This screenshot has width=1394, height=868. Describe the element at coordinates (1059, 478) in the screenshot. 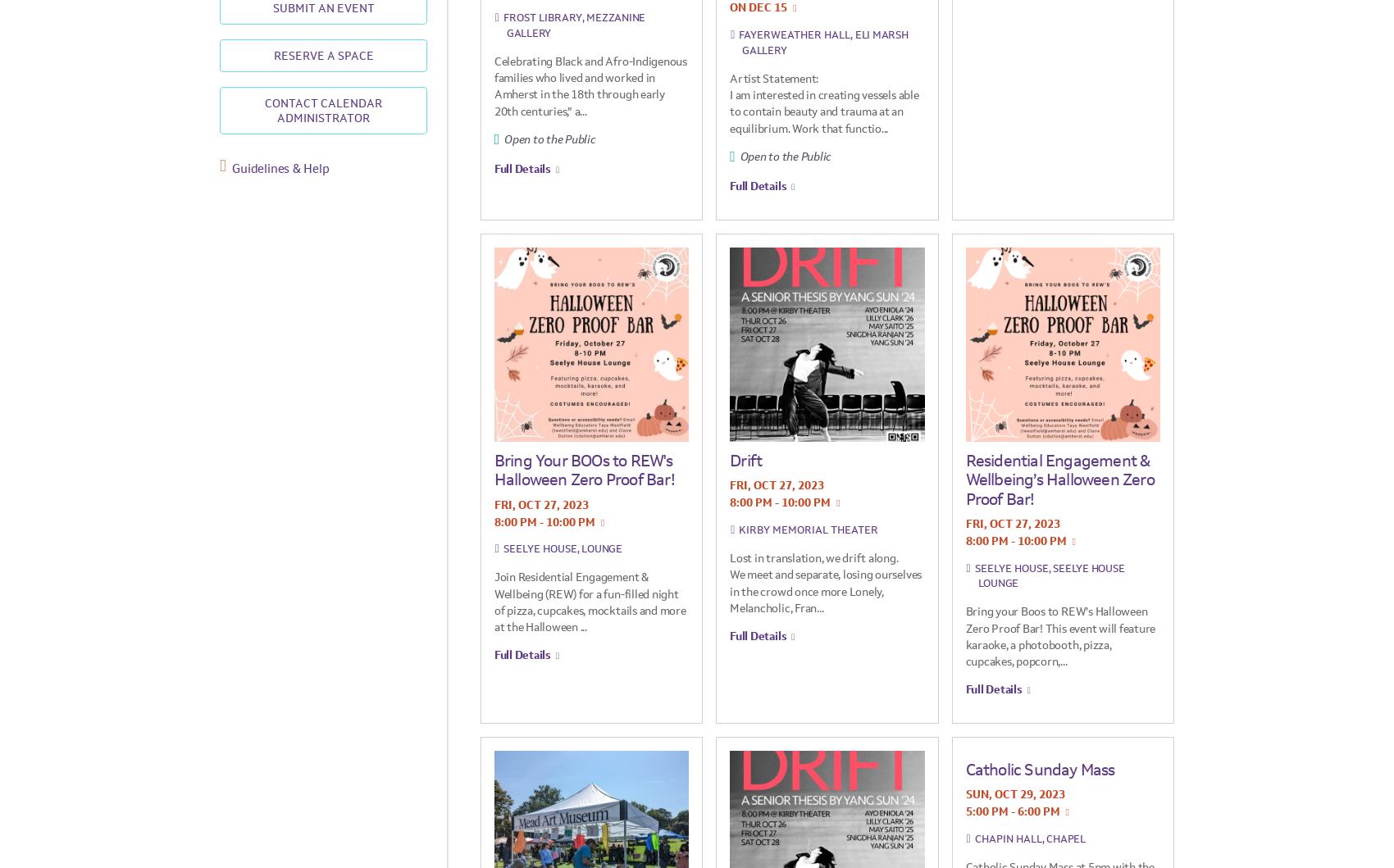

I see `'Residential Engagement & Wellbeing’s Halloween Zero Proof Bar!'` at that location.